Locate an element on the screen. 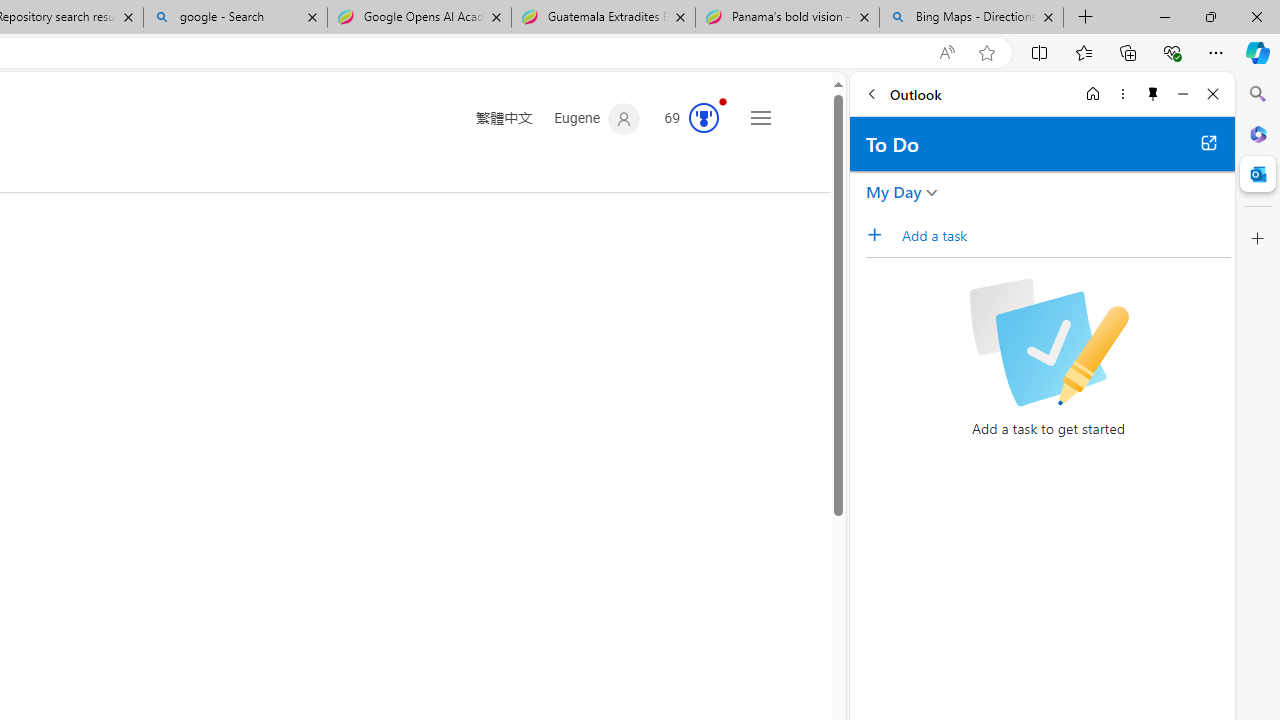 This screenshot has height=720, width=1280. 'Back' is located at coordinates (871, 93).